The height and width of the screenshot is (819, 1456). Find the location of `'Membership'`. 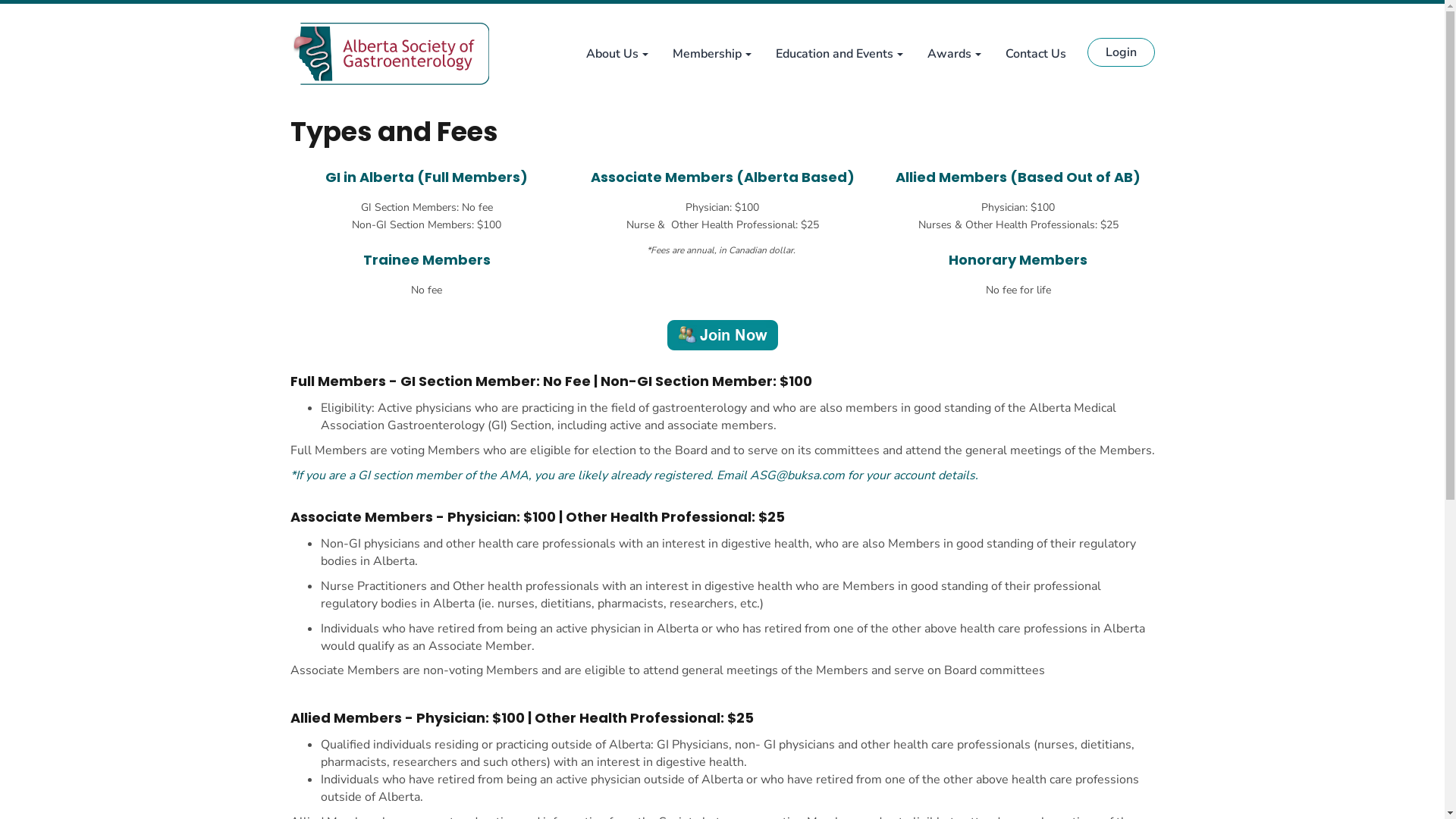

'Membership' is located at coordinates (710, 52).